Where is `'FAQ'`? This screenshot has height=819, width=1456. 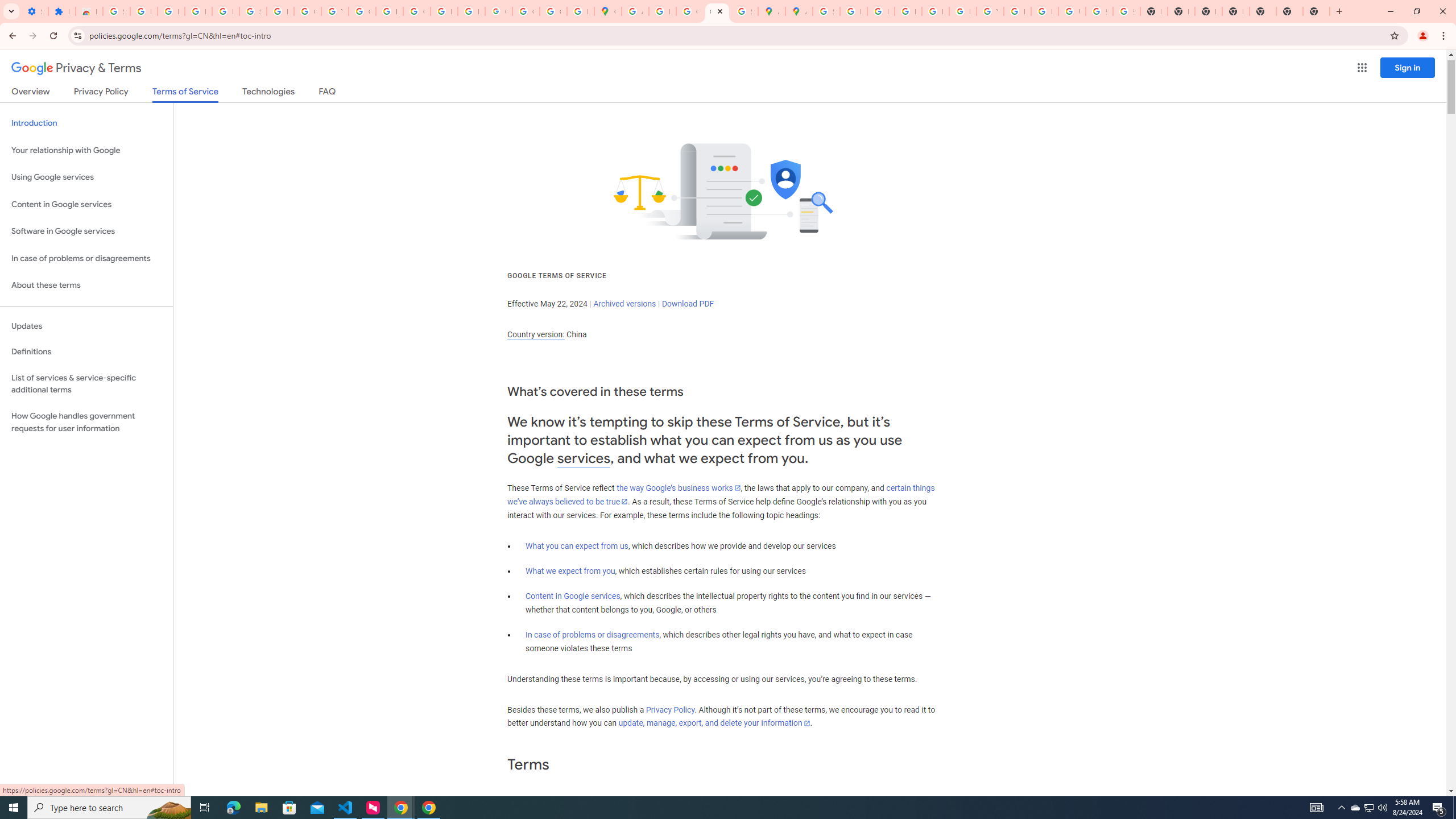 'FAQ' is located at coordinates (327, 93).